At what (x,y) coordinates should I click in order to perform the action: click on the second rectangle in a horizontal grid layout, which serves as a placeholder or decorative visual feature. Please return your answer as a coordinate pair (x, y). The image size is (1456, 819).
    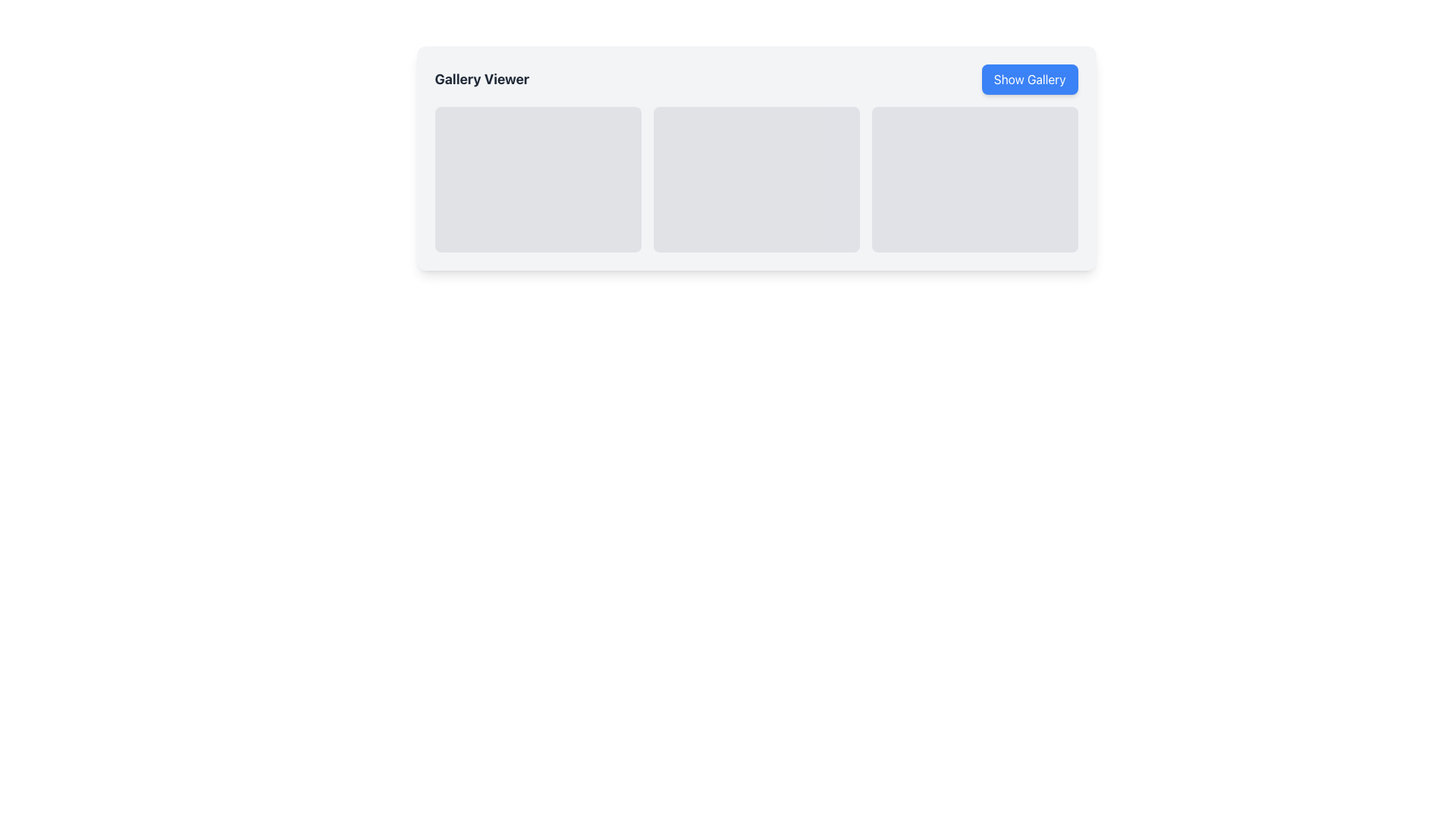
    Looking at the image, I should click on (756, 178).